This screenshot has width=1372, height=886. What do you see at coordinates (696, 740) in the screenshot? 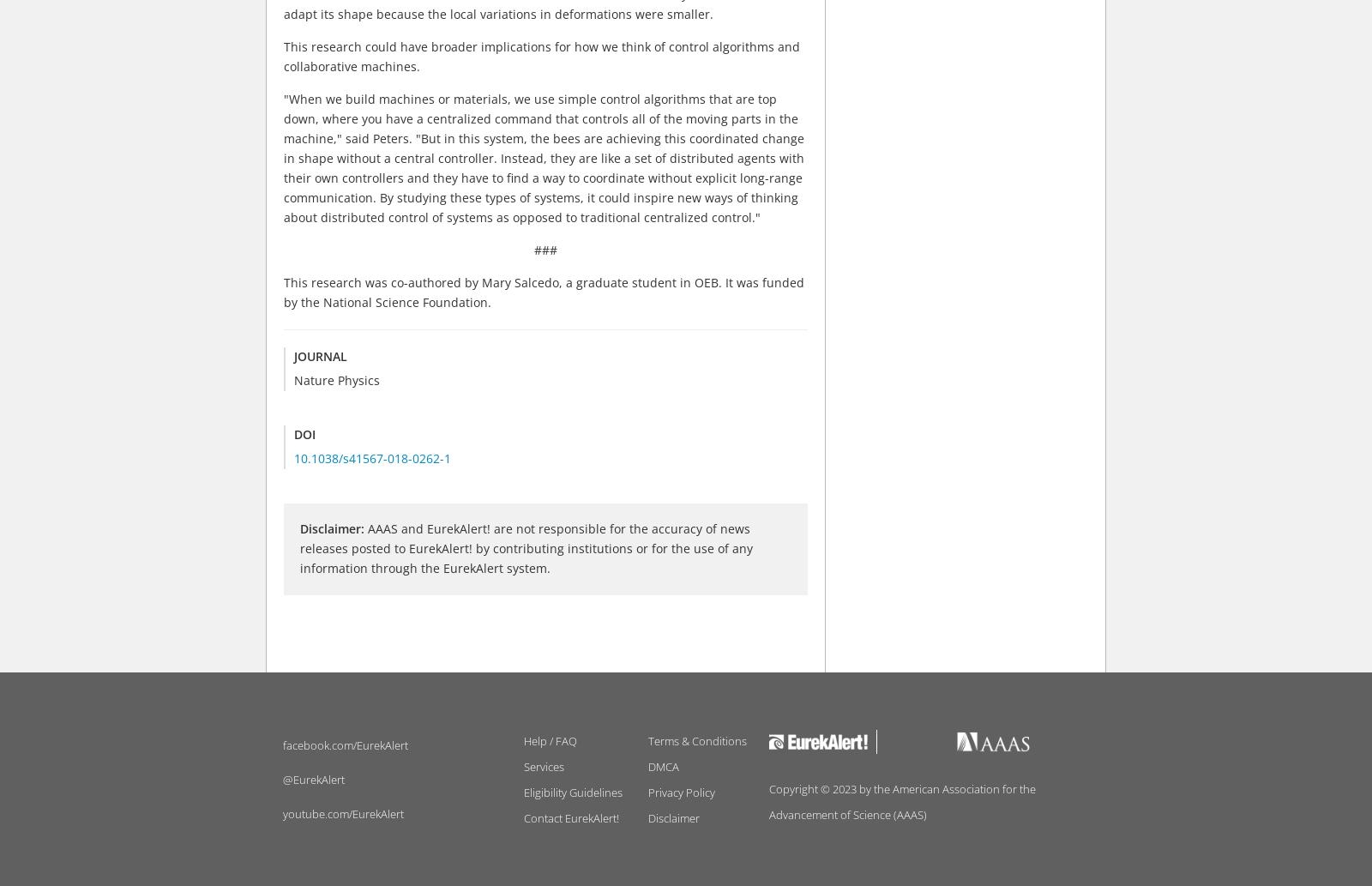
I see `'Terms & Conditions'` at bounding box center [696, 740].